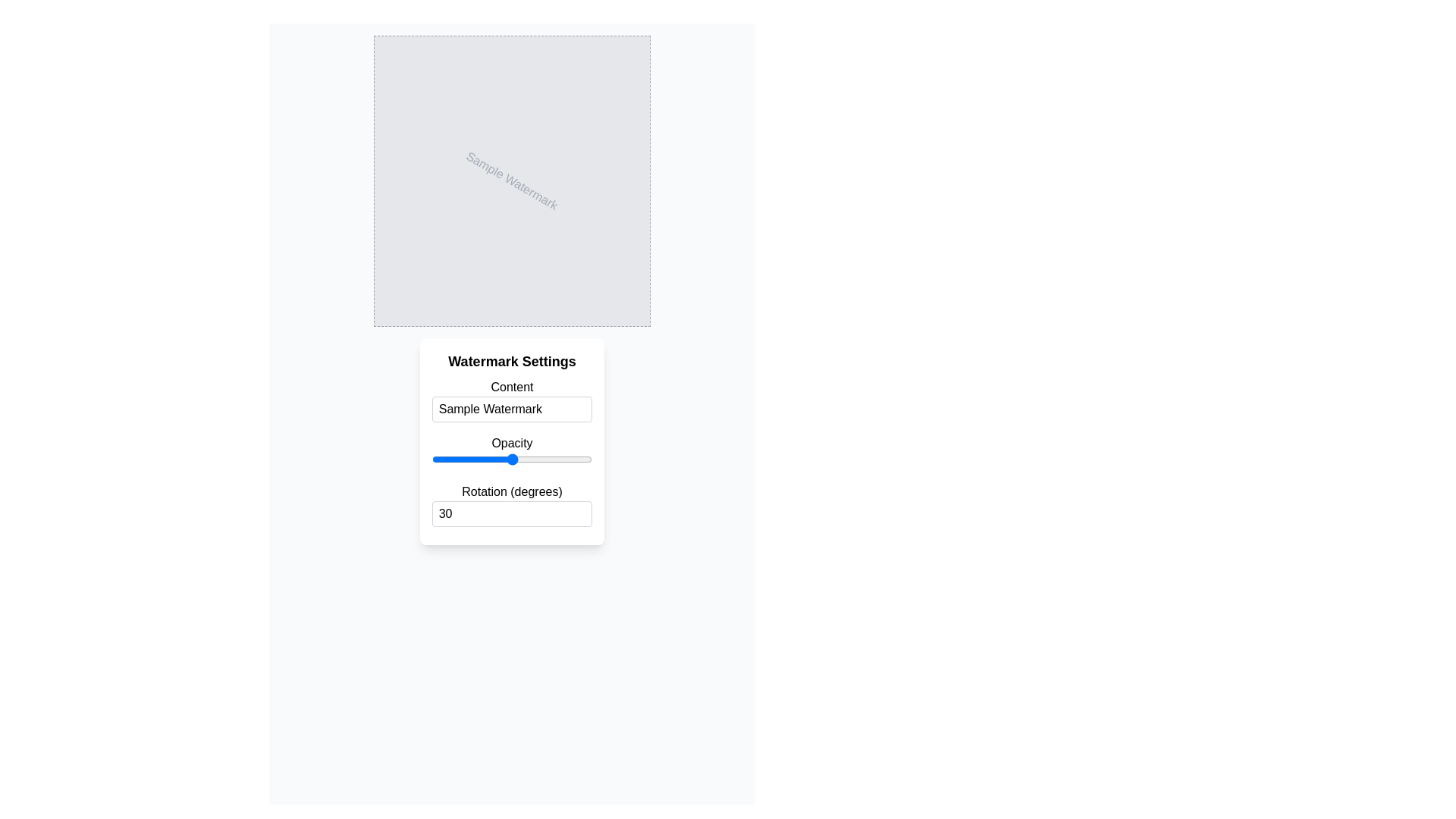 The width and height of the screenshot is (1456, 819). What do you see at coordinates (512, 409) in the screenshot?
I see `the text within the text input field that has rounded corners and a light gray background, which contains the placeholder text 'Sample Watermark'` at bounding box center [512, 409].